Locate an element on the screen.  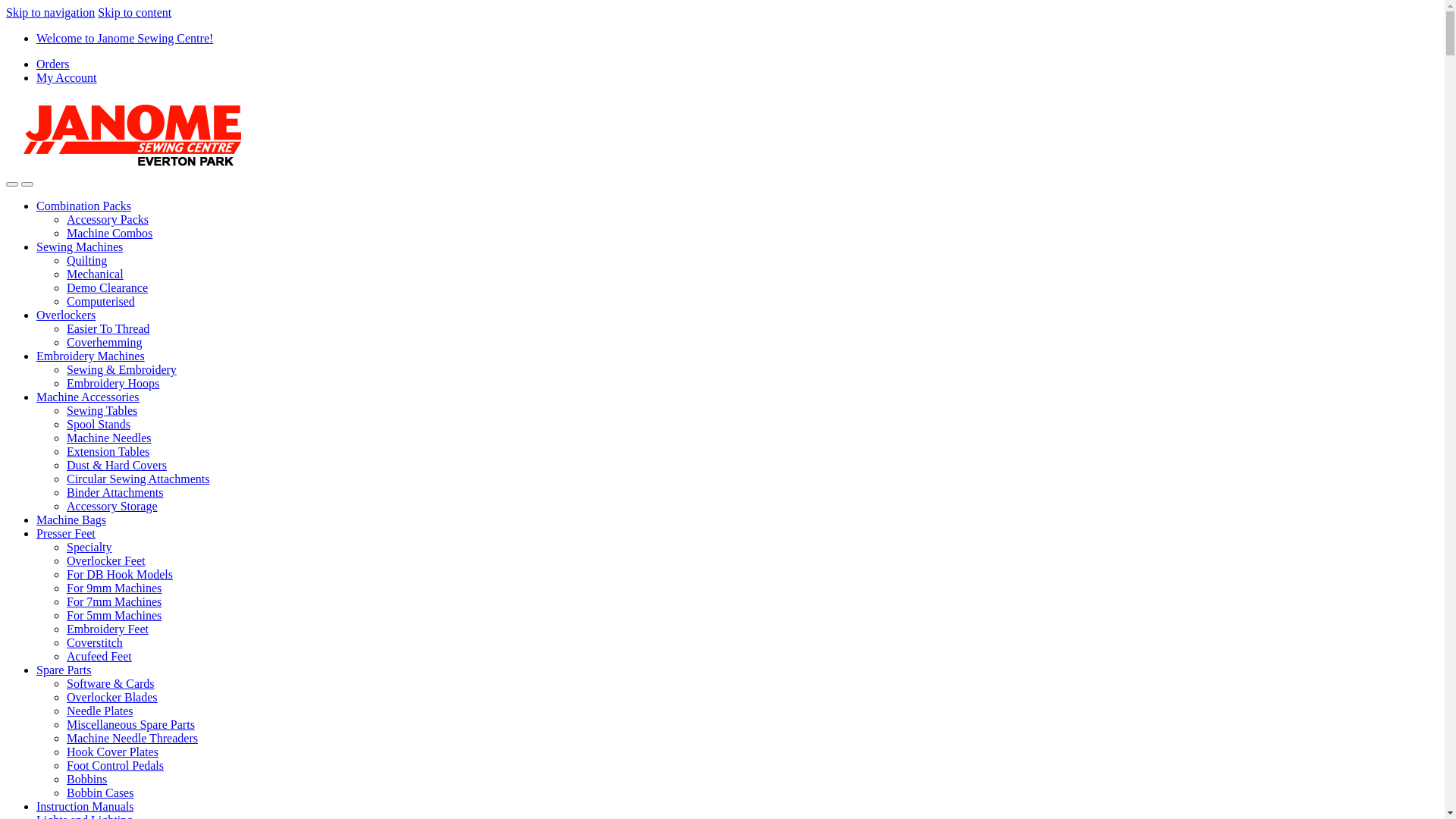
'Software & Cards' is located at coordinates (109, 683).